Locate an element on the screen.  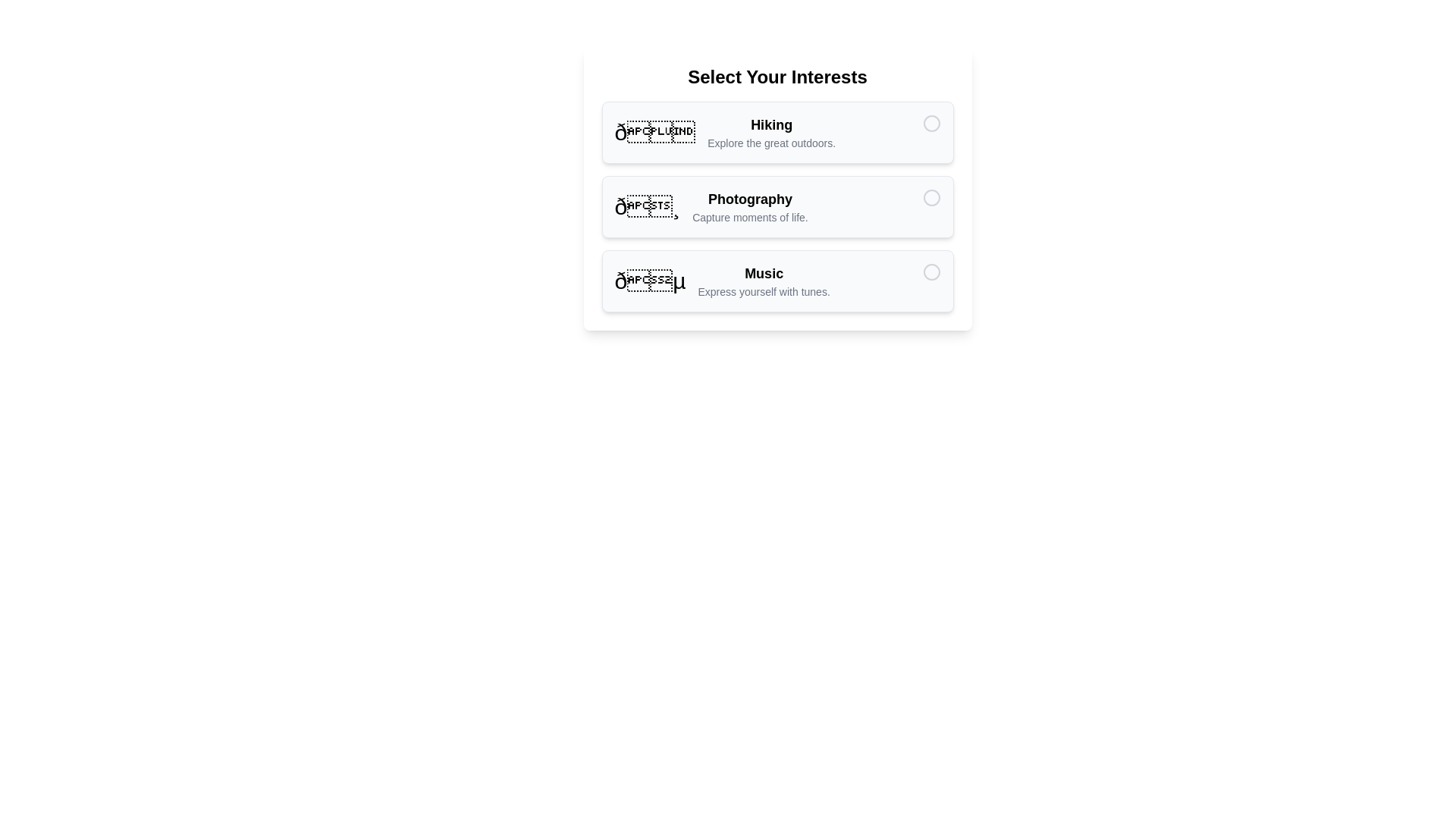
the item labeled Music is located at coordinates (777, 281).